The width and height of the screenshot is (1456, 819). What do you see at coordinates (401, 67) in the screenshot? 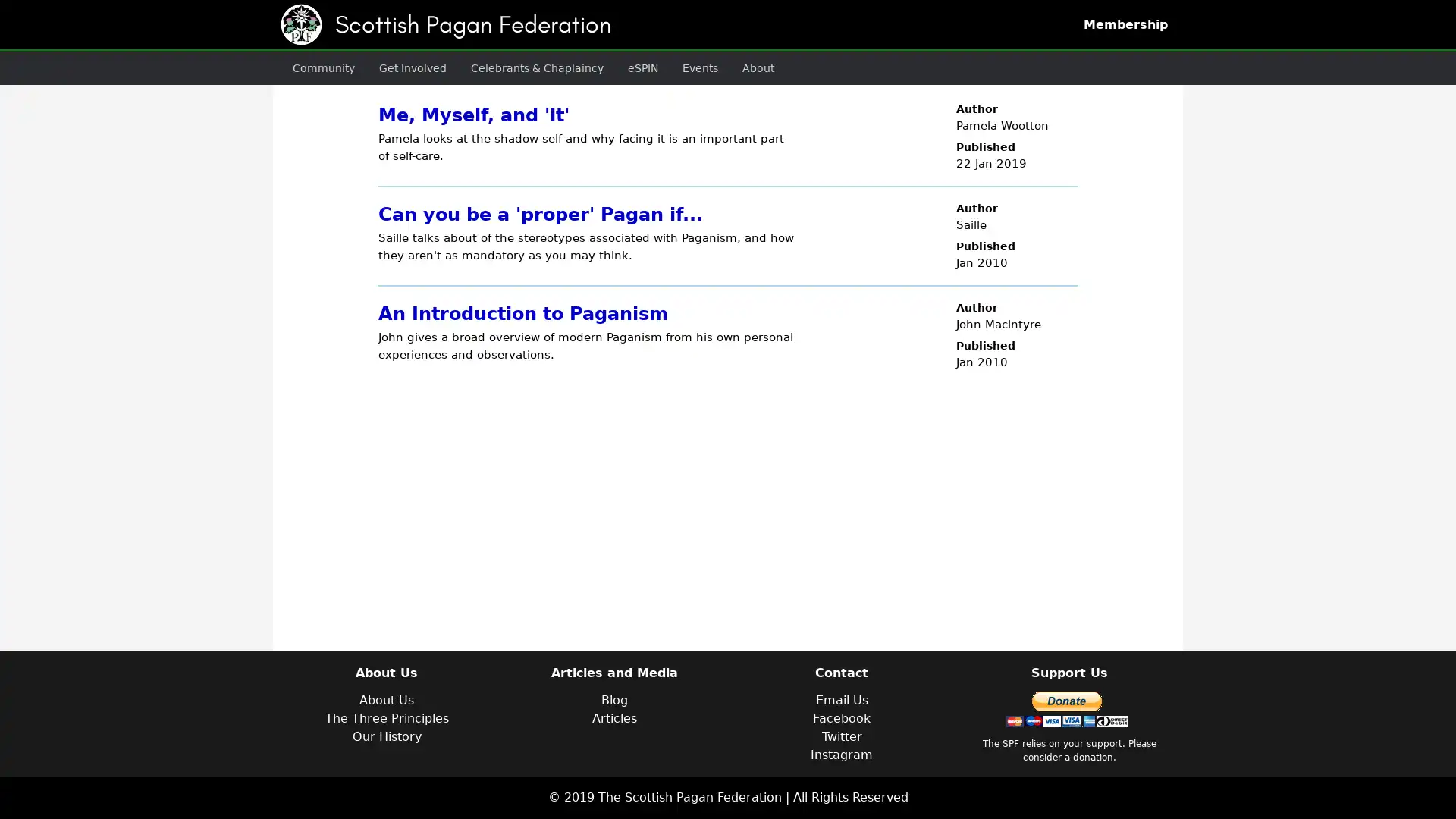
I see `Get Involved` at bounding box center [401, 67].